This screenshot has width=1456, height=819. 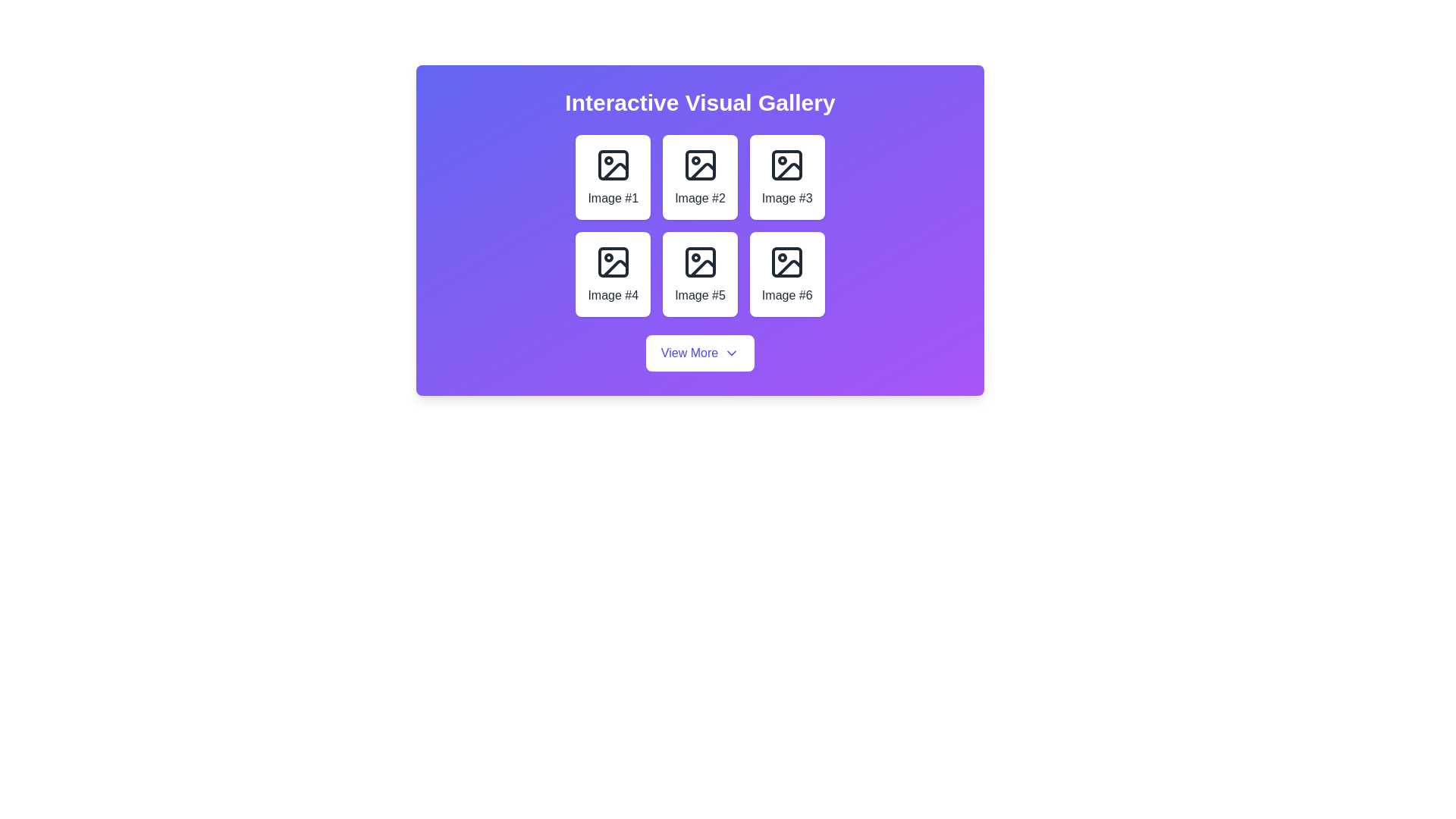 I want to click on the decorative SVG image icon located within the 'Image #6' card in the bottom-right corner of the grid, so click(x=787, y=262).